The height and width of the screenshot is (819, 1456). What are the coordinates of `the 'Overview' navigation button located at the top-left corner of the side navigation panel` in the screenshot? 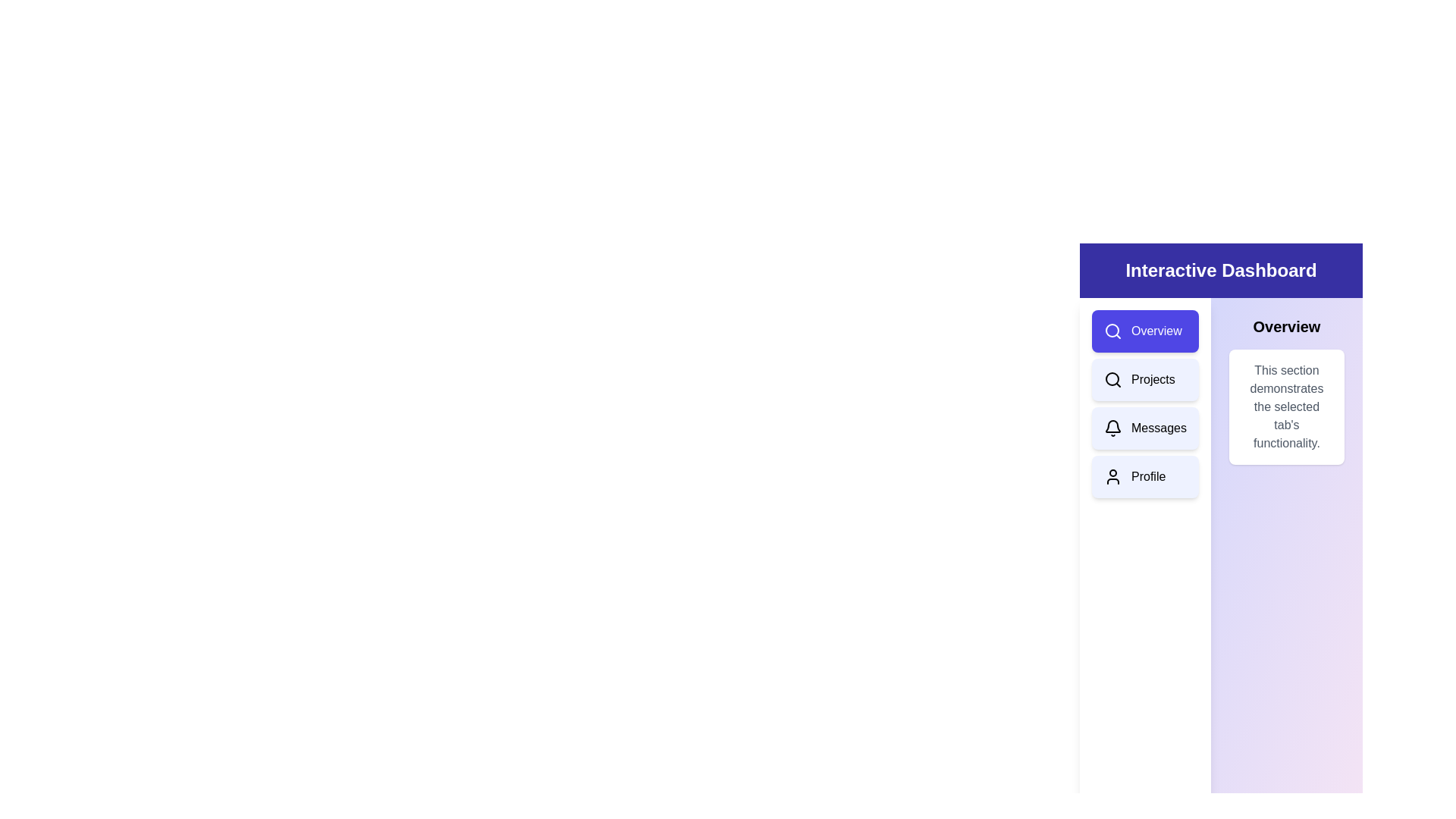 It's located at (1145, 330).